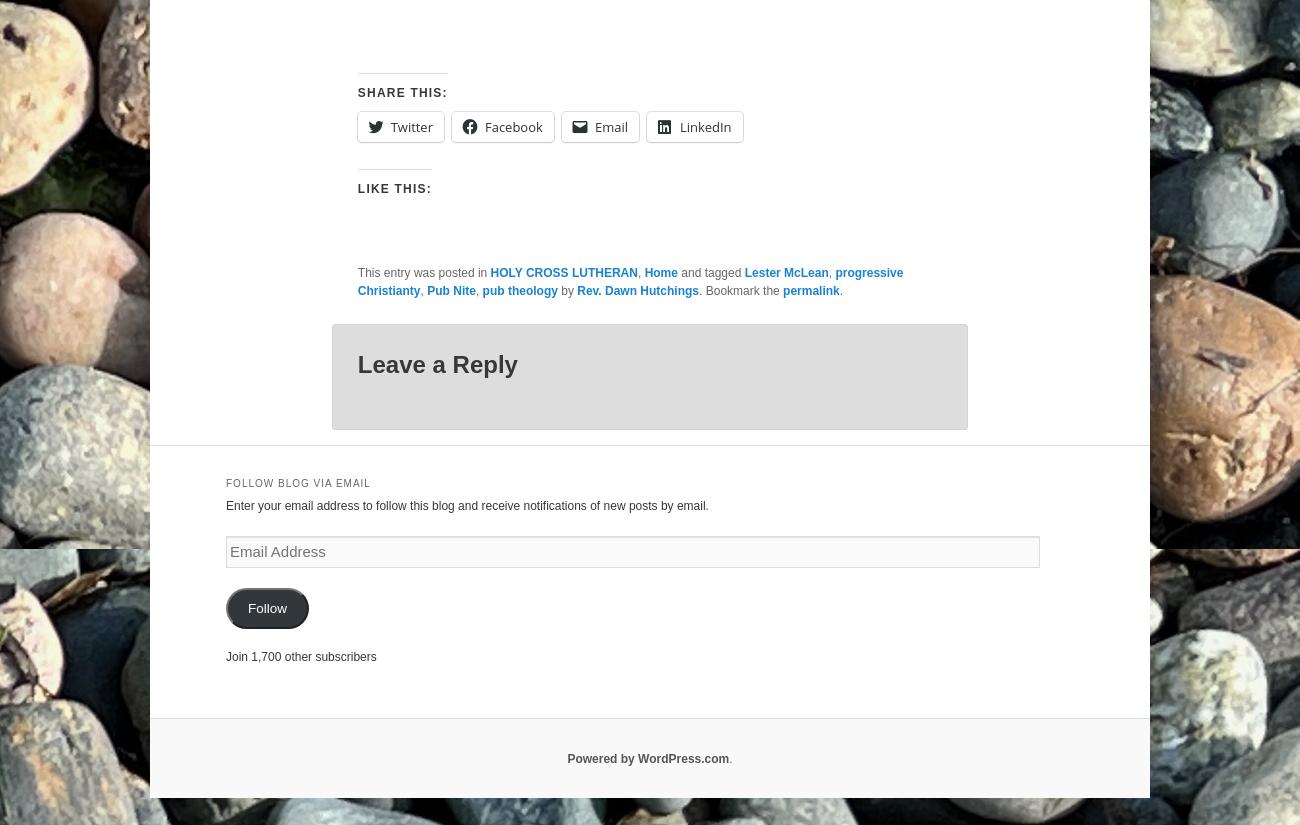  What do you see at coordinates (465, 504) in the screenshot?
I see `'Enter your email address to follow this blog and receive notifications of new posts by email.'` at bounding box center [465, 504].